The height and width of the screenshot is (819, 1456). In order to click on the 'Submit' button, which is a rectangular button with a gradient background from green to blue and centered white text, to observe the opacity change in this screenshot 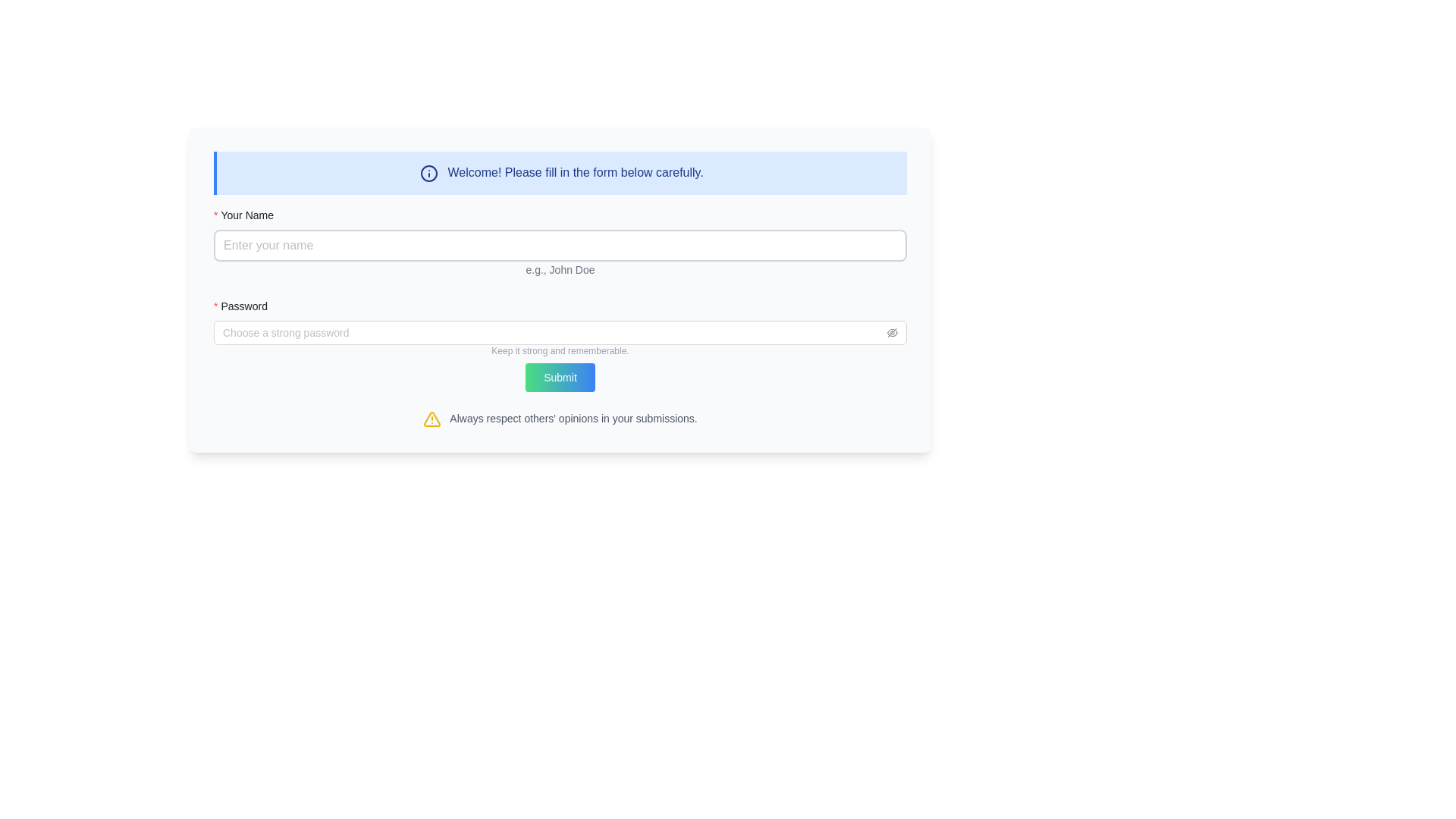, I will do `click(560, 376)`.